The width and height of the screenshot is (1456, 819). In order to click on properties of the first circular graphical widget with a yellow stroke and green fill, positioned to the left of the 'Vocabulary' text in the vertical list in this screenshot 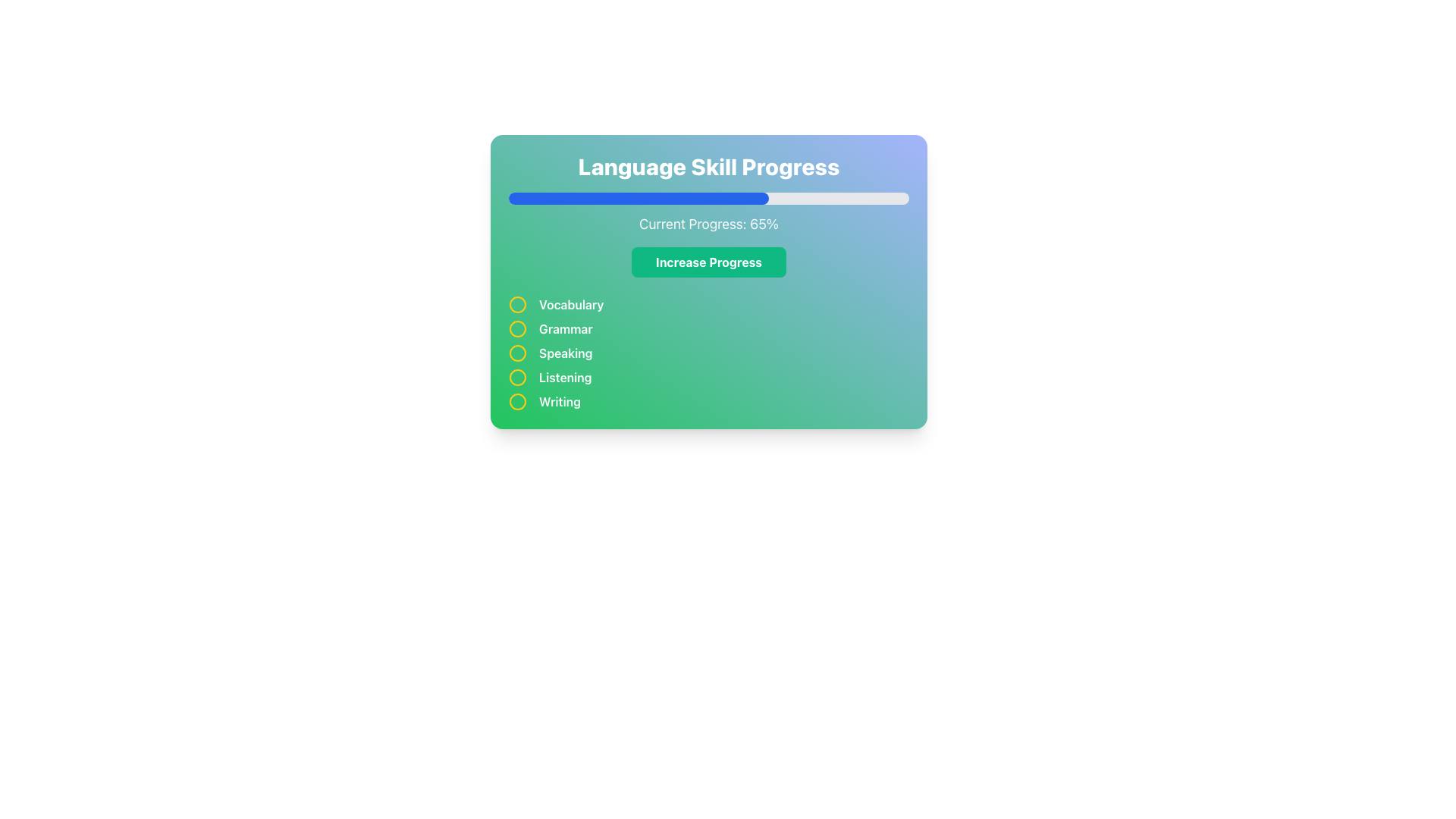, I will do `click(517, 304)`.